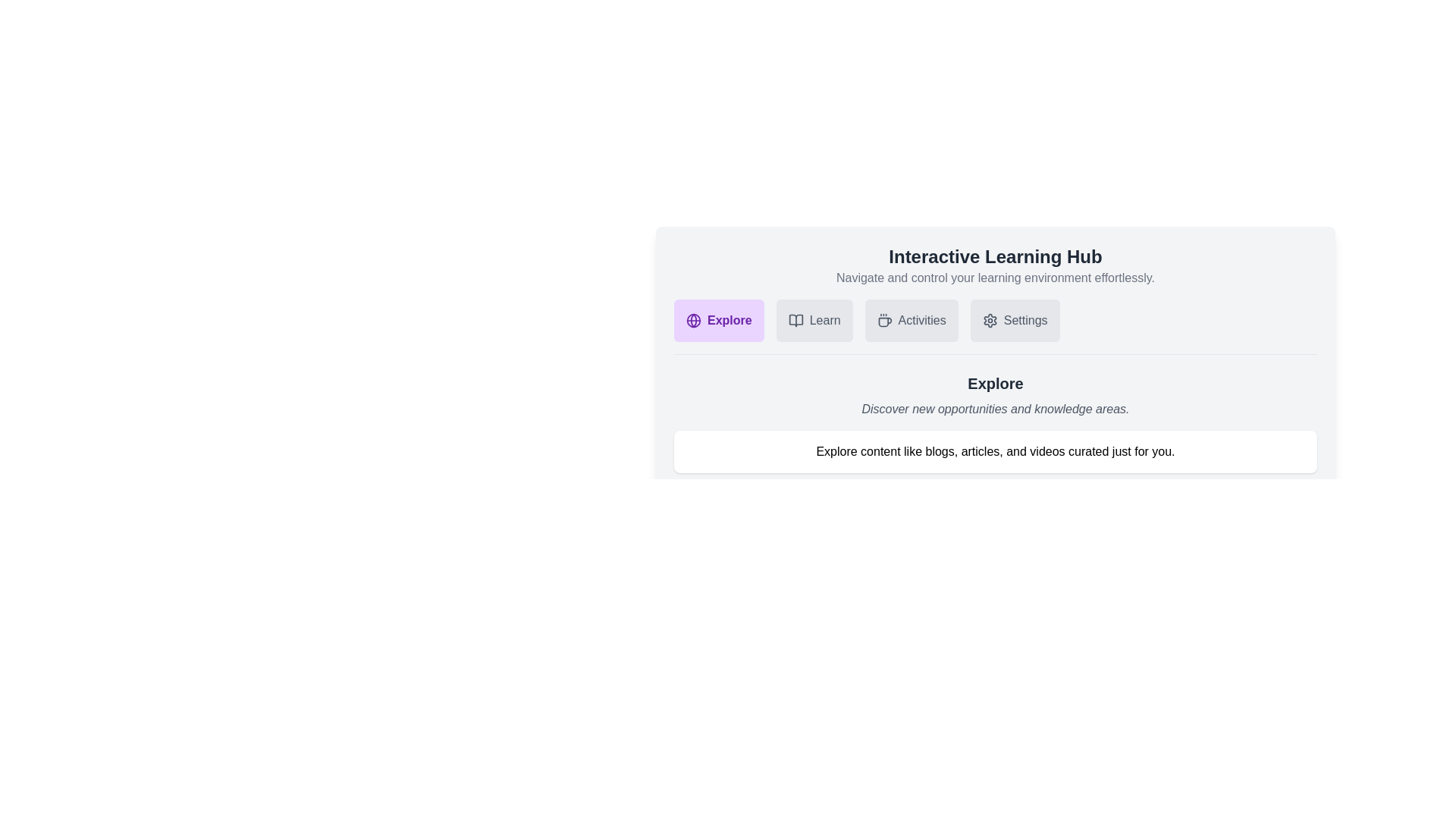  I want to click on the 'Explore' button located at the far-left of the navigation bar, so click(718, 320).